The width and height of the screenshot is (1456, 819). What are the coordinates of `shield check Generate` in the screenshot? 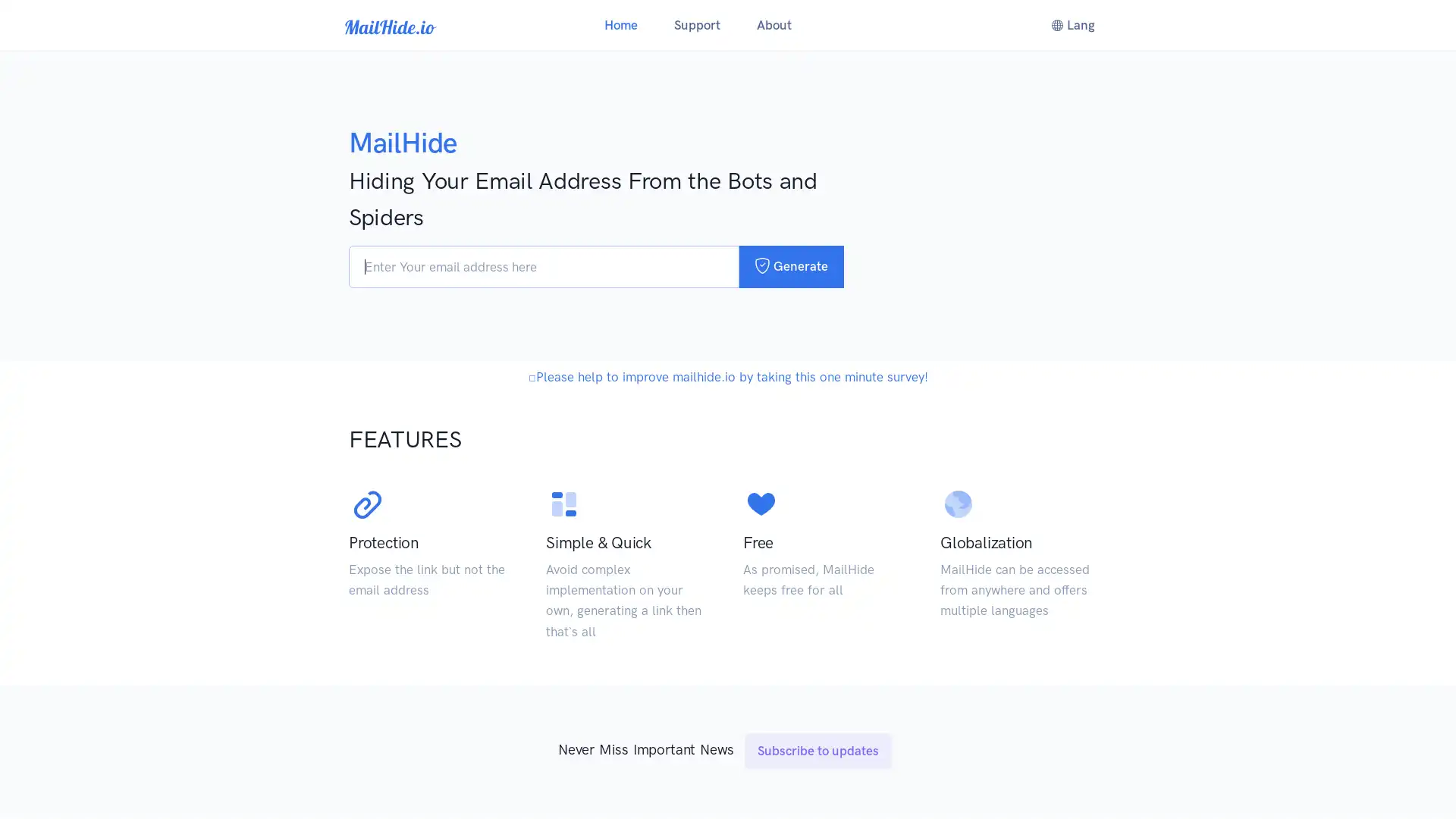 It's located at (790, 265).